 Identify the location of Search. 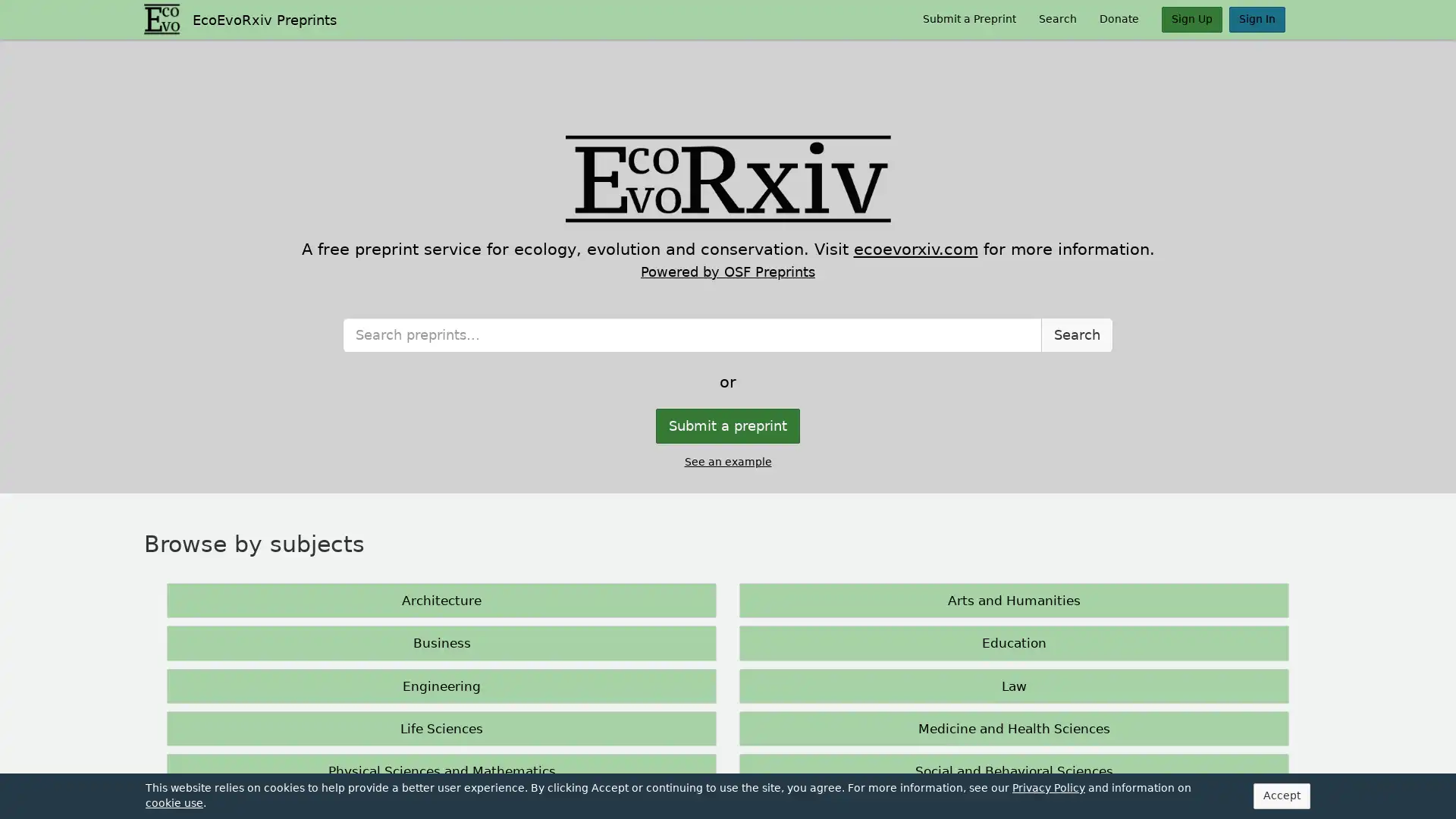
(1077, 512).